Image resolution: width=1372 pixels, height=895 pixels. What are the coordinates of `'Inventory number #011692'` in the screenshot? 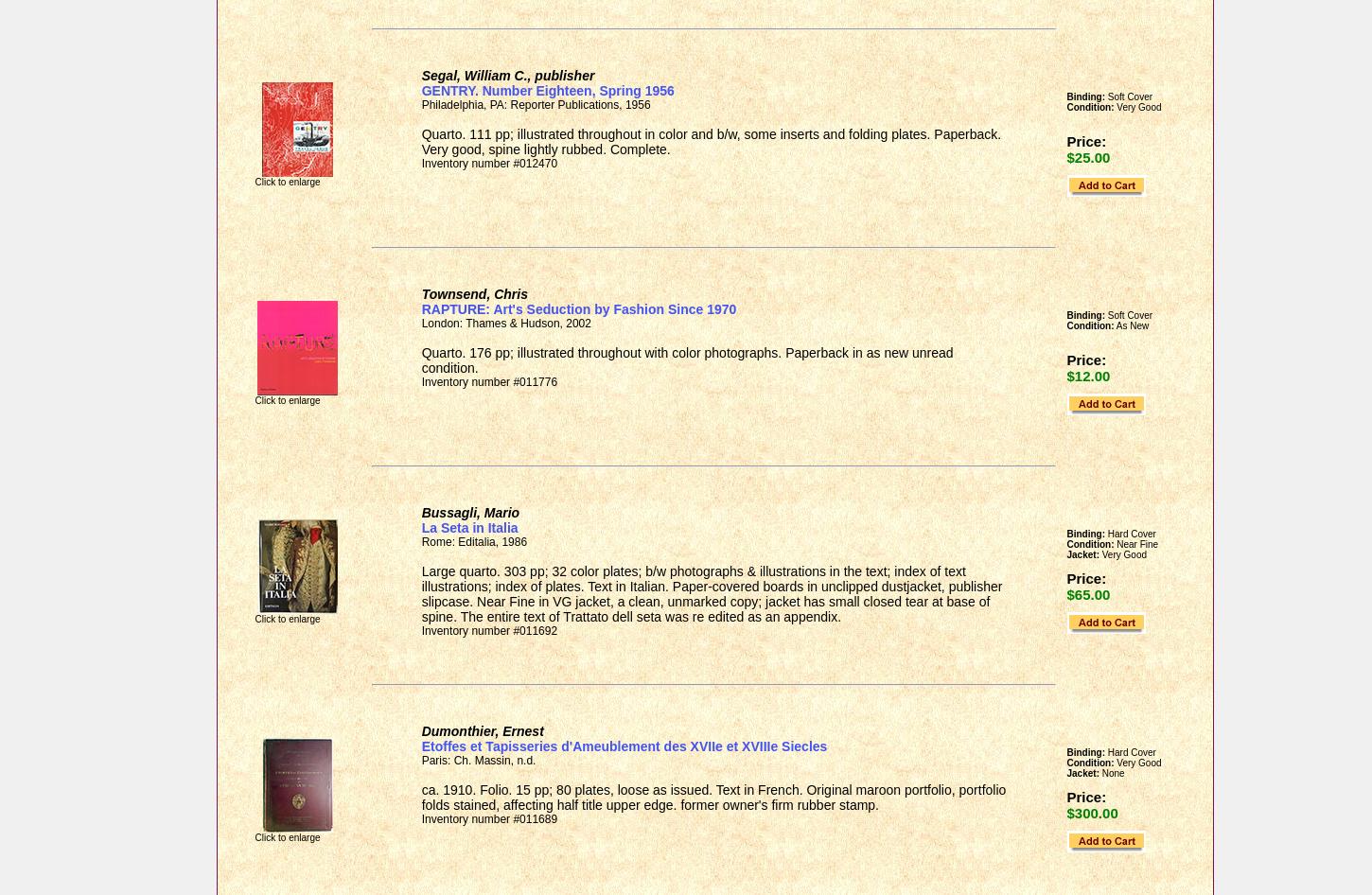 It's located at (489, 631).